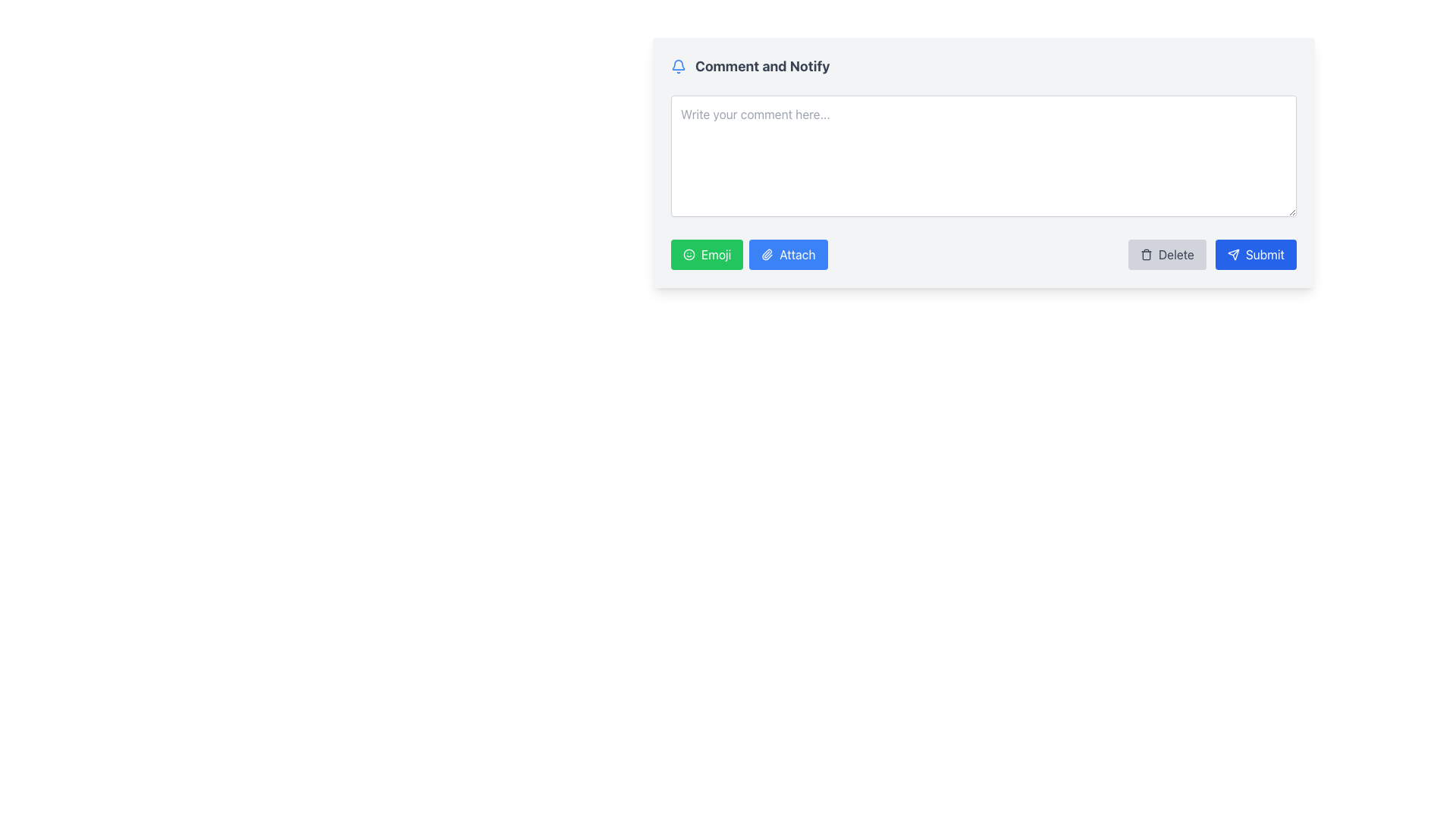 This screenshot has height=819, width=1456. Describe the element at coordinates (706, 253) in the screenshot. I see `the emoji button located on the bottom-left side of the comment box` at that location.